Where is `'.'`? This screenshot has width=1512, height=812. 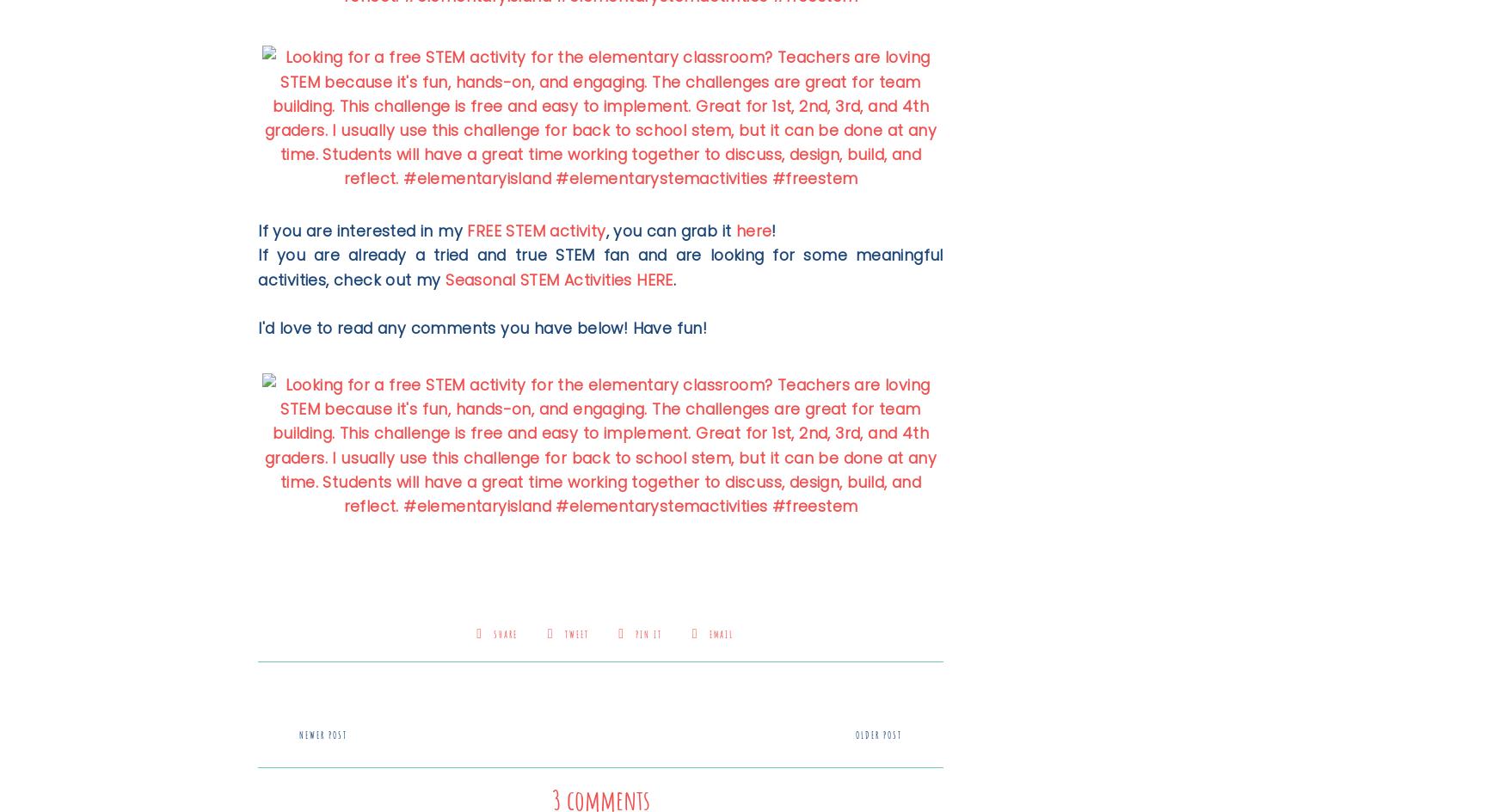
'.' is located at coordinates (673, 279).